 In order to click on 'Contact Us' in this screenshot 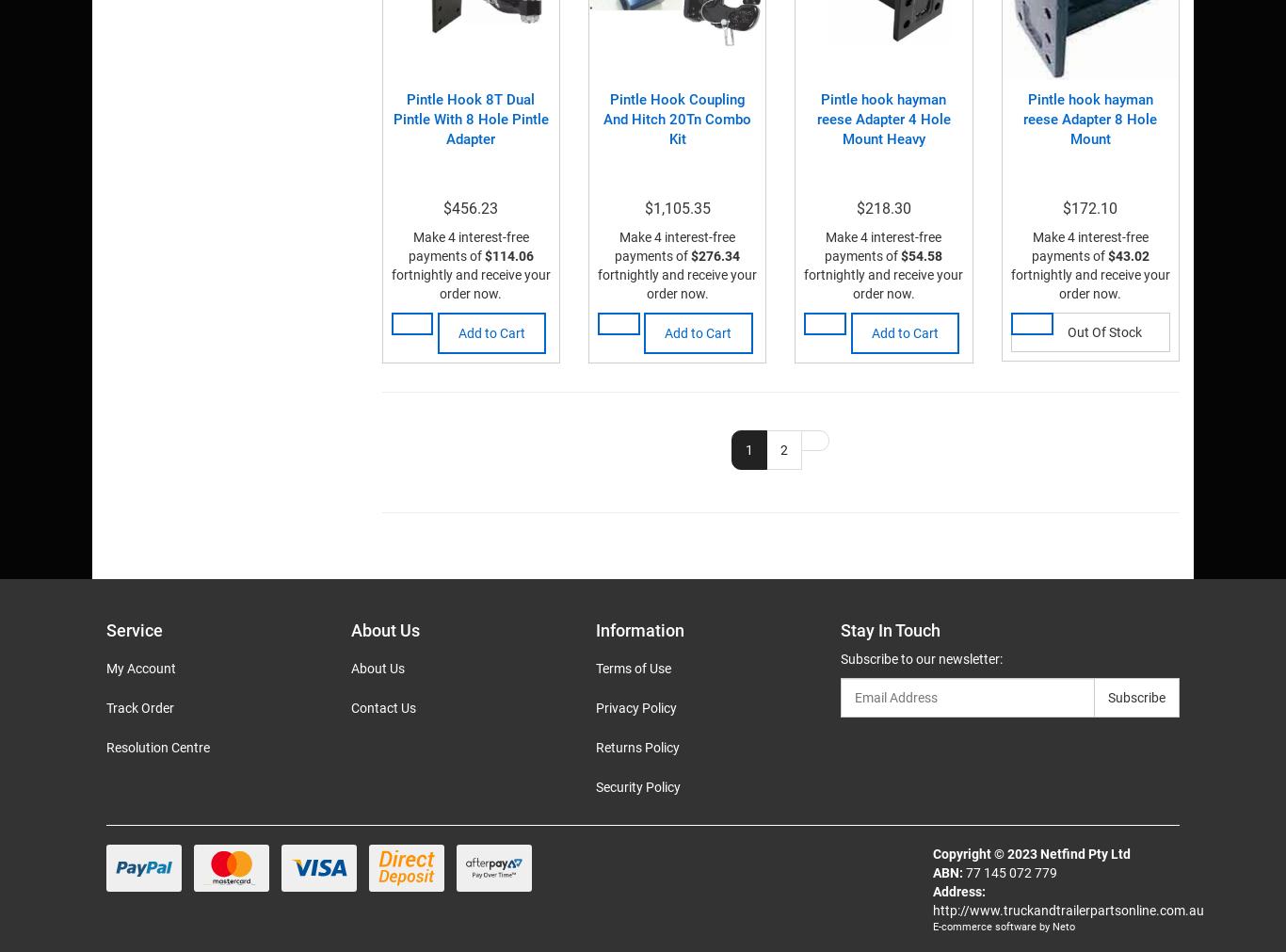, I will do `click(348, 706)`.